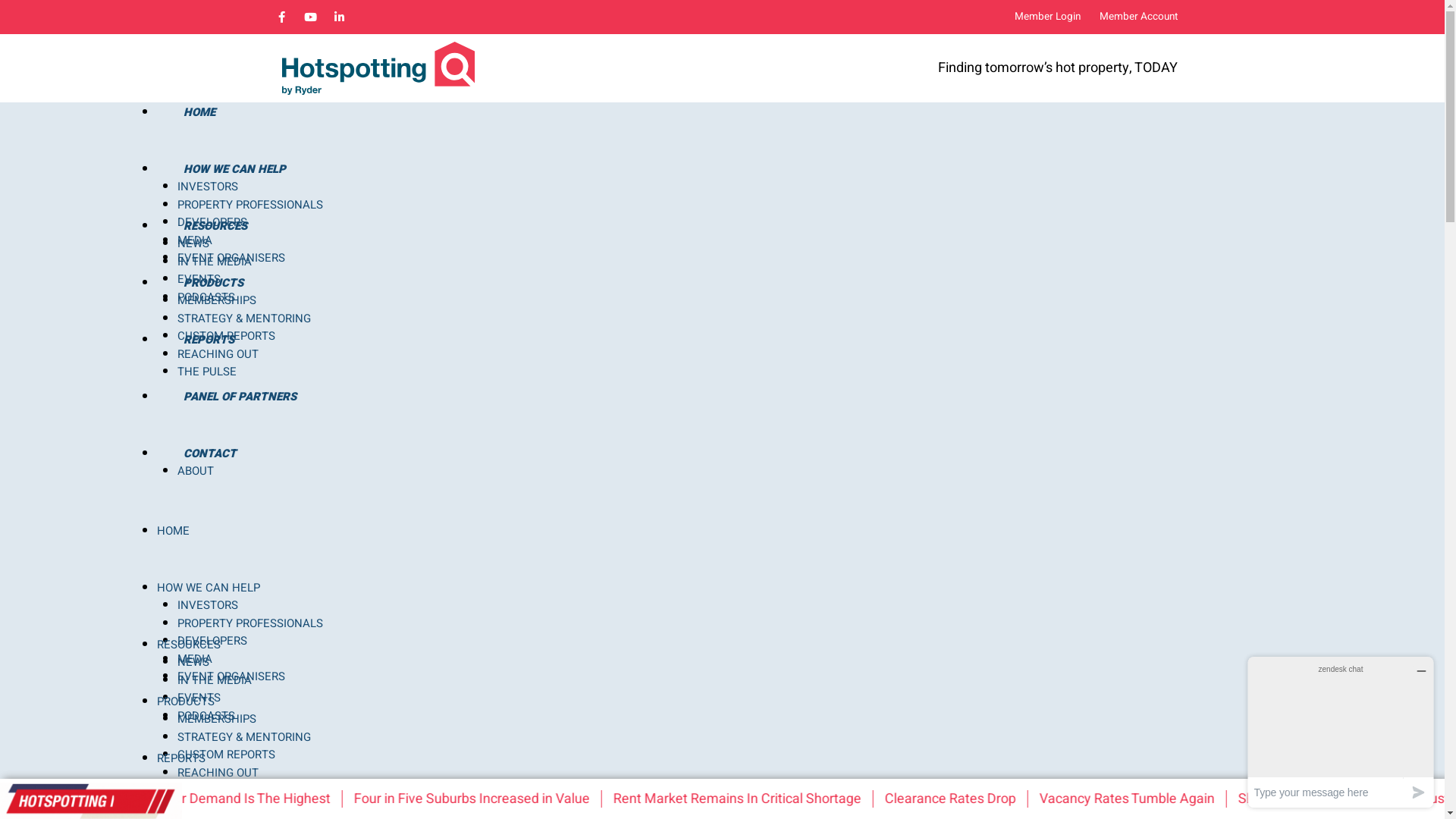  What do you see at coordinates (1138, 17) in the screenshot?
I see `'Member Account'` at bounding box center [1138, 17].